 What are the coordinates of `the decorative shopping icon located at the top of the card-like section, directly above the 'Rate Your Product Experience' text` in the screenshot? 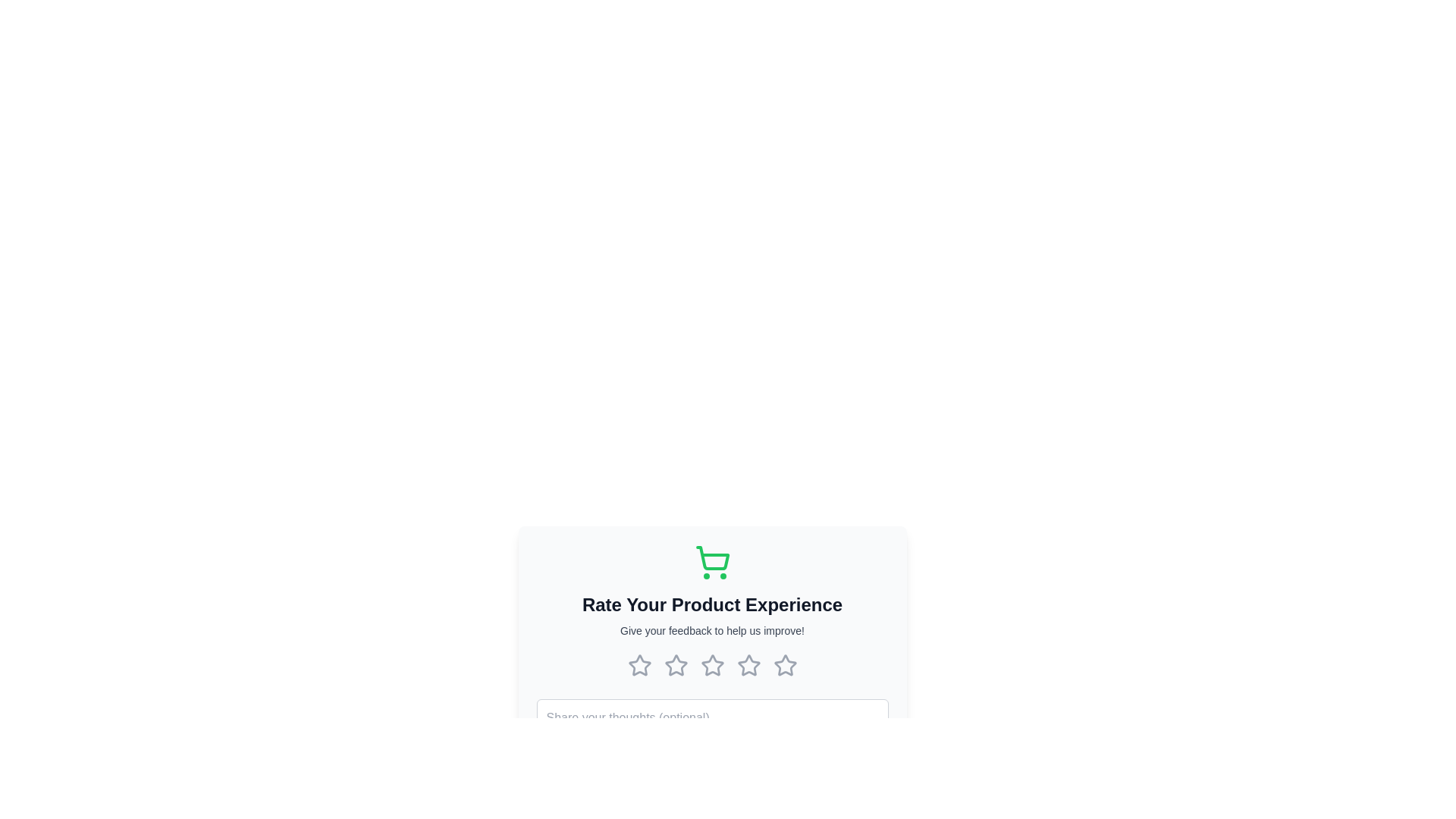 It's located at (711, 562).